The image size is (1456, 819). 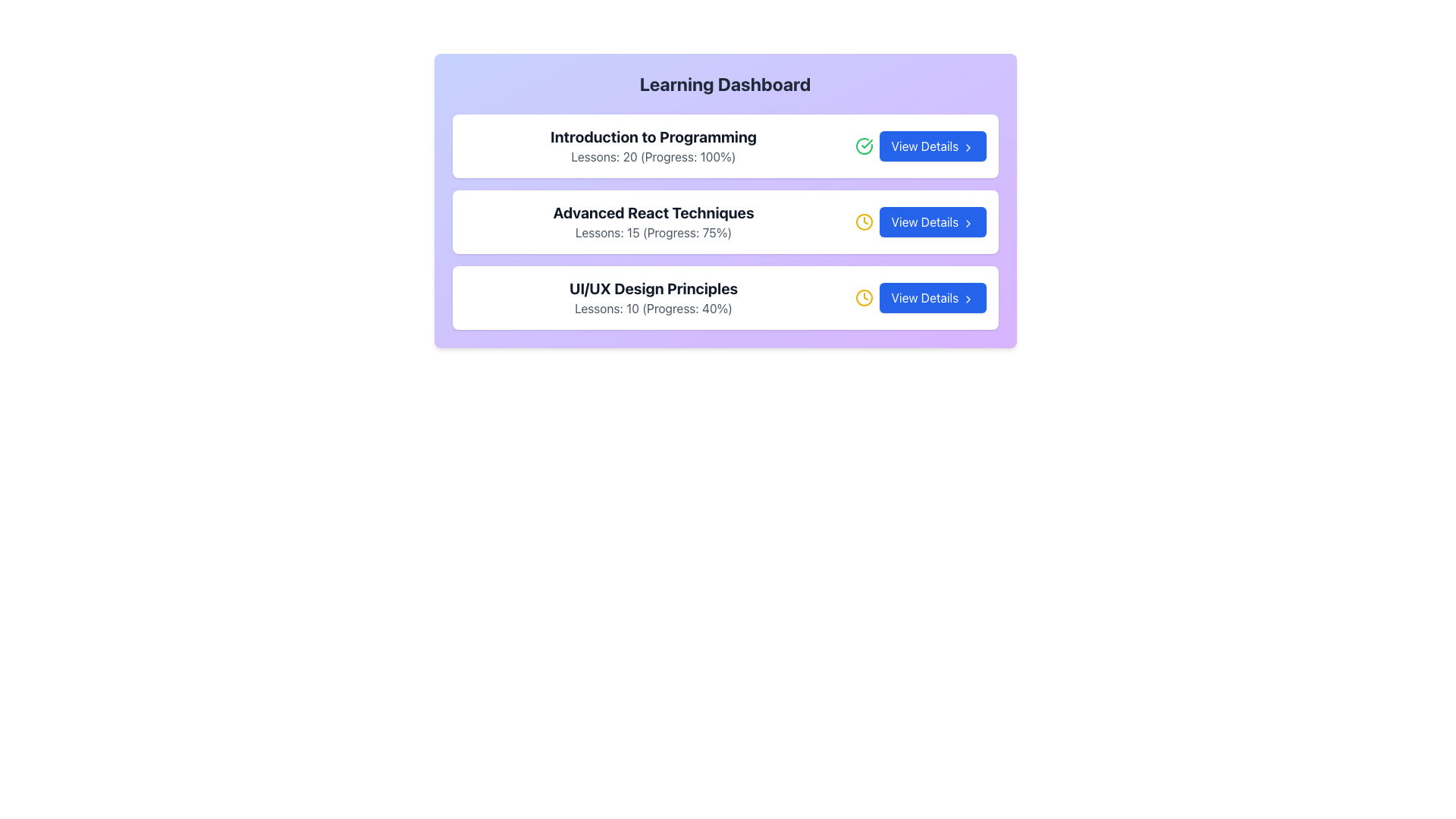 What do you see at coordinates (864, 298) in the screenshot?
I see `the yellow circular icon resembling a clock face located in the second list item of 'Advanced React Techniques', to the left of the 'View Details' button` at bounding box center [864, 298].